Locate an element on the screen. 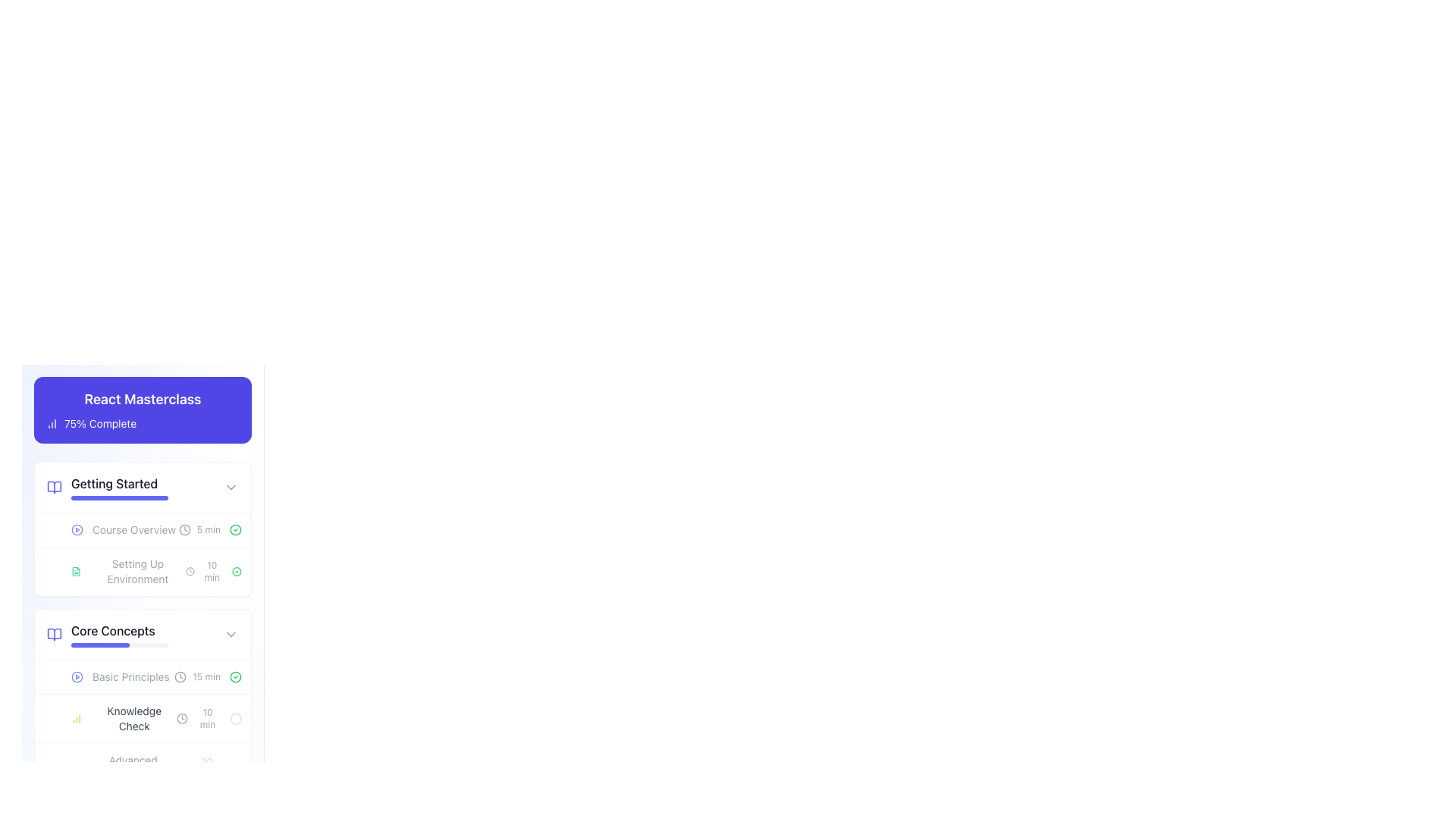 The width and height of the screenshot is (1456, 819). the 'Getting Started' section header under the 'React Masterclass' category is located at coordinates (107, 488).